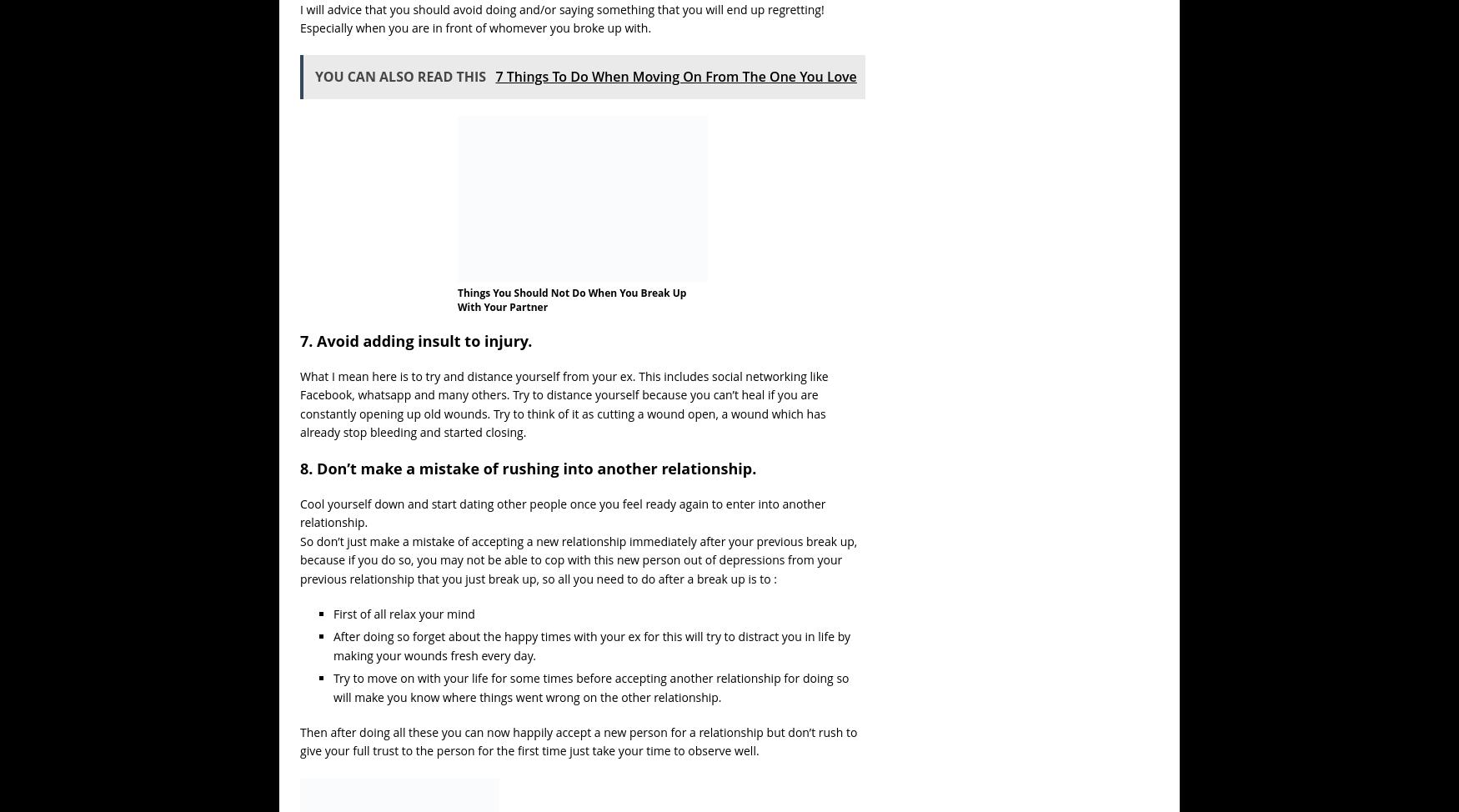 The width and height of the screenshot is (1459, 812). What do you see at coordinates (527, 468) in the screenshot?
I see `'8. Don’t make a mistake of rushing into another relationship.'` at bounding box center [527, 468].